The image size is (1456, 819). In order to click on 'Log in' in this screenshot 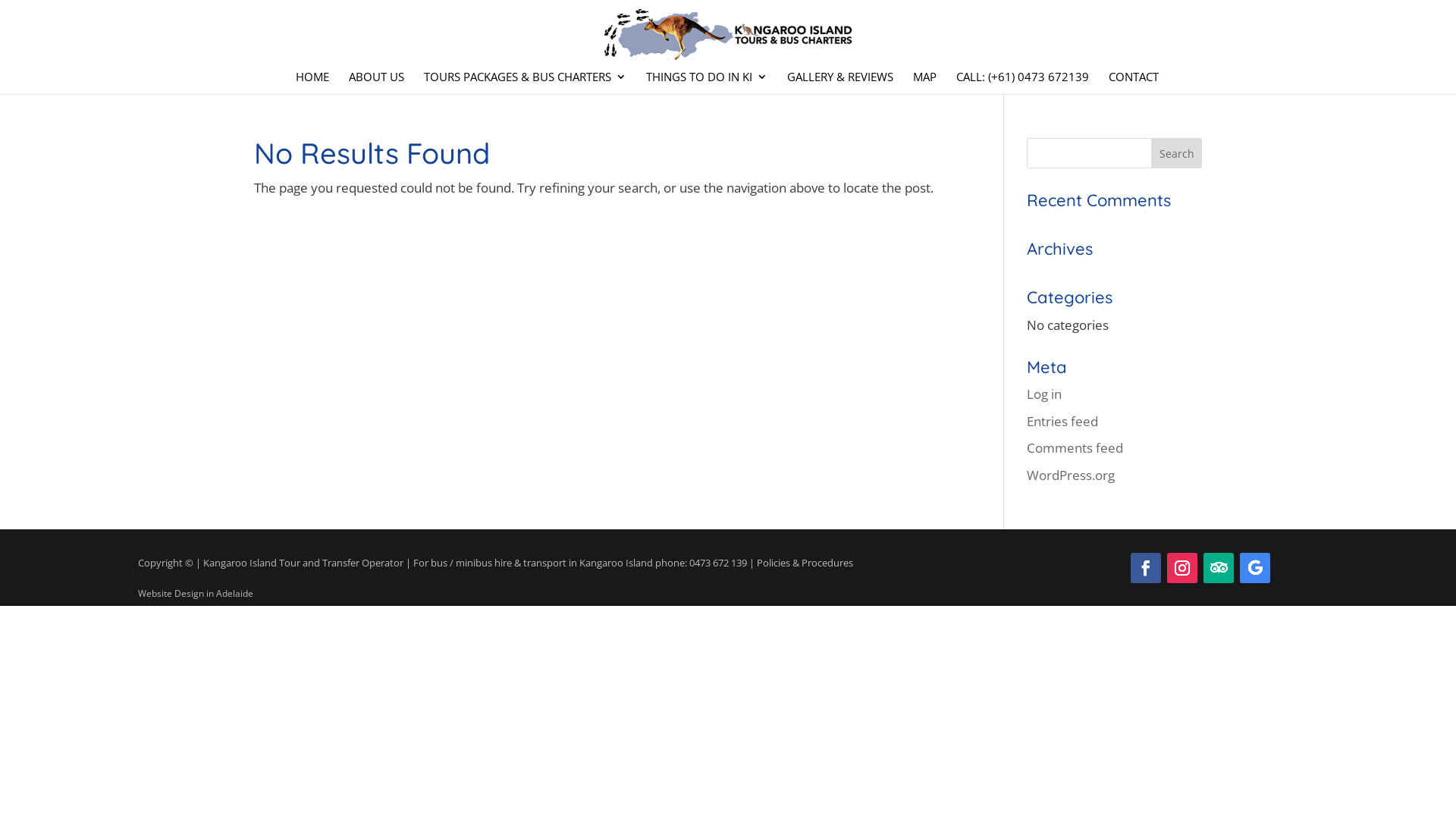, I will do `click(1043, 393)`.